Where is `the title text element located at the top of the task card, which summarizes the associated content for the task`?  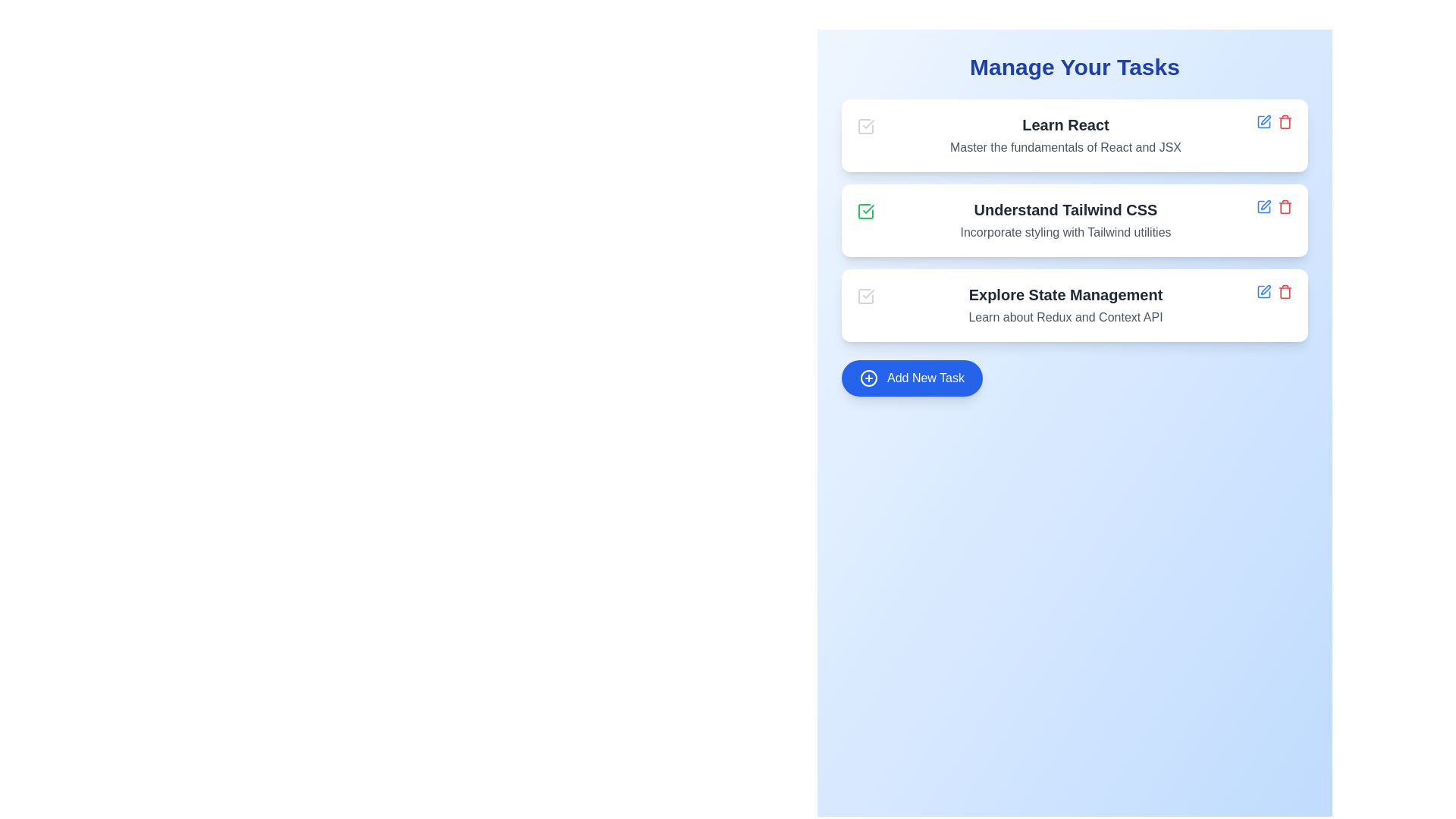 the title text element located at the top of the task card, which summarizes the associated content for the task is located at coordinates (1065, 124).